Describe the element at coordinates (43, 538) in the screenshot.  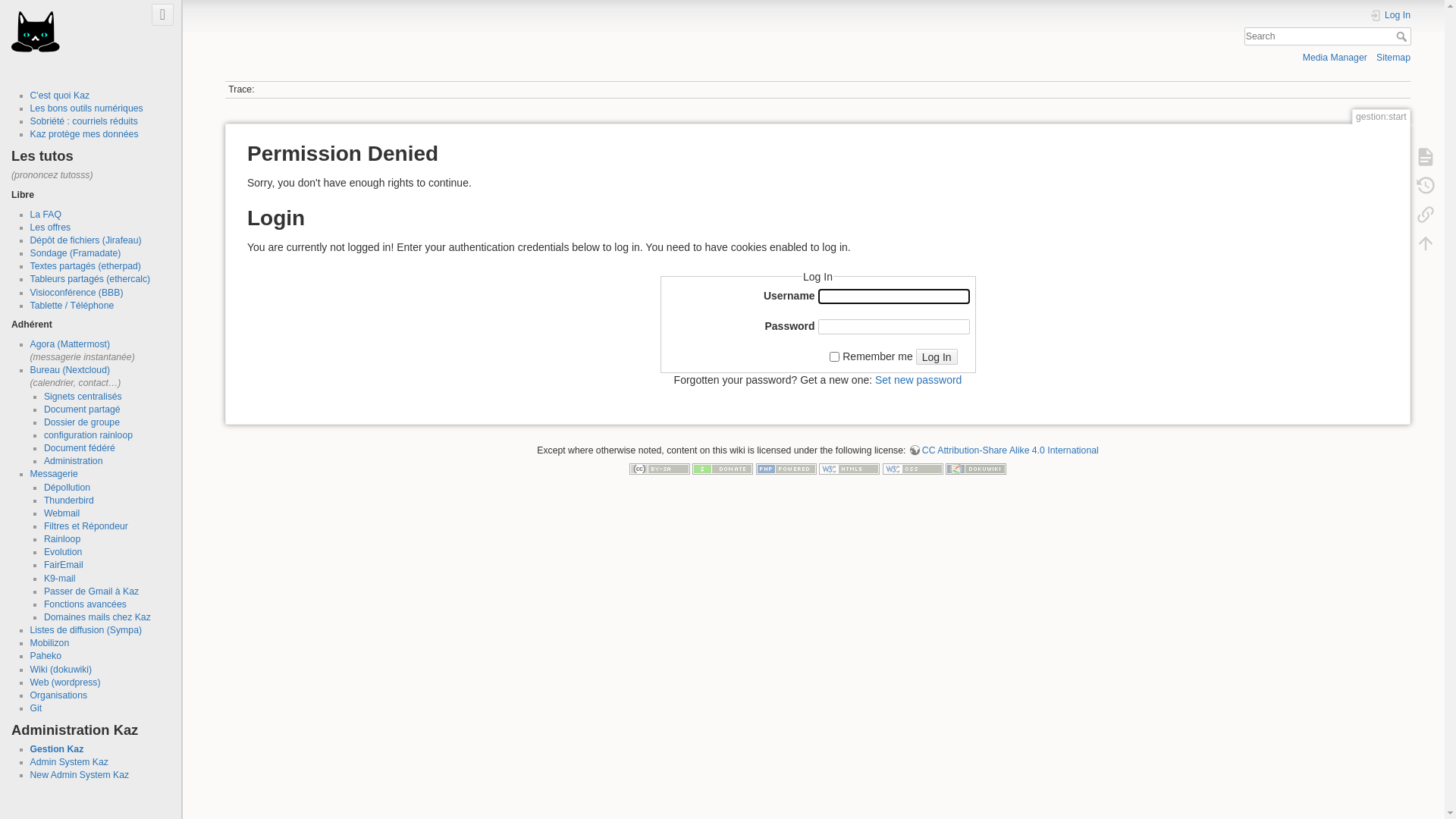
I see `'Rainloop'` at that location.